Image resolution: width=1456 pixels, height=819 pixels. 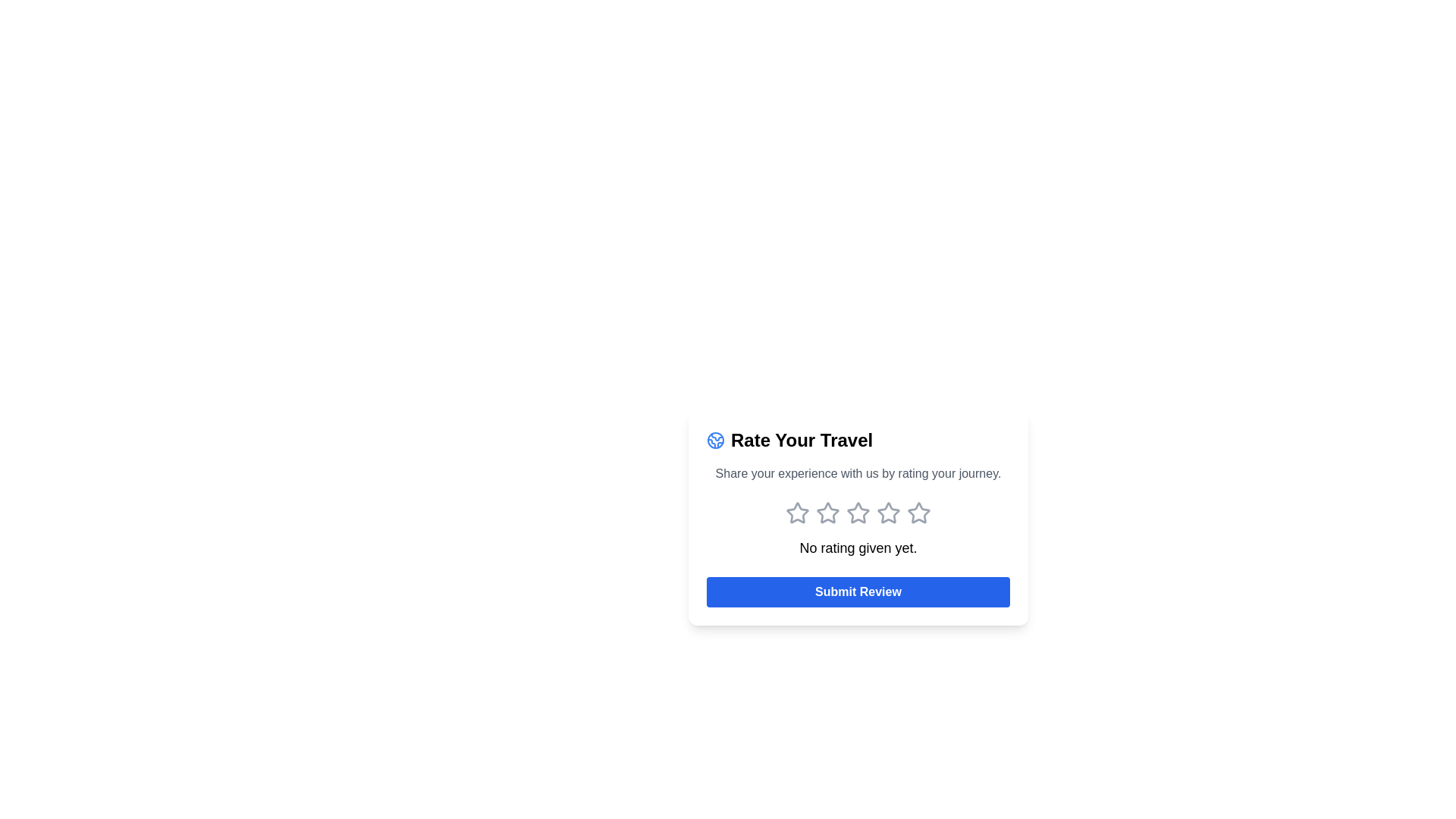 I want to click on the fifth gray star icon in the rating section to rate 5 stars, so click(x=918, y=513).